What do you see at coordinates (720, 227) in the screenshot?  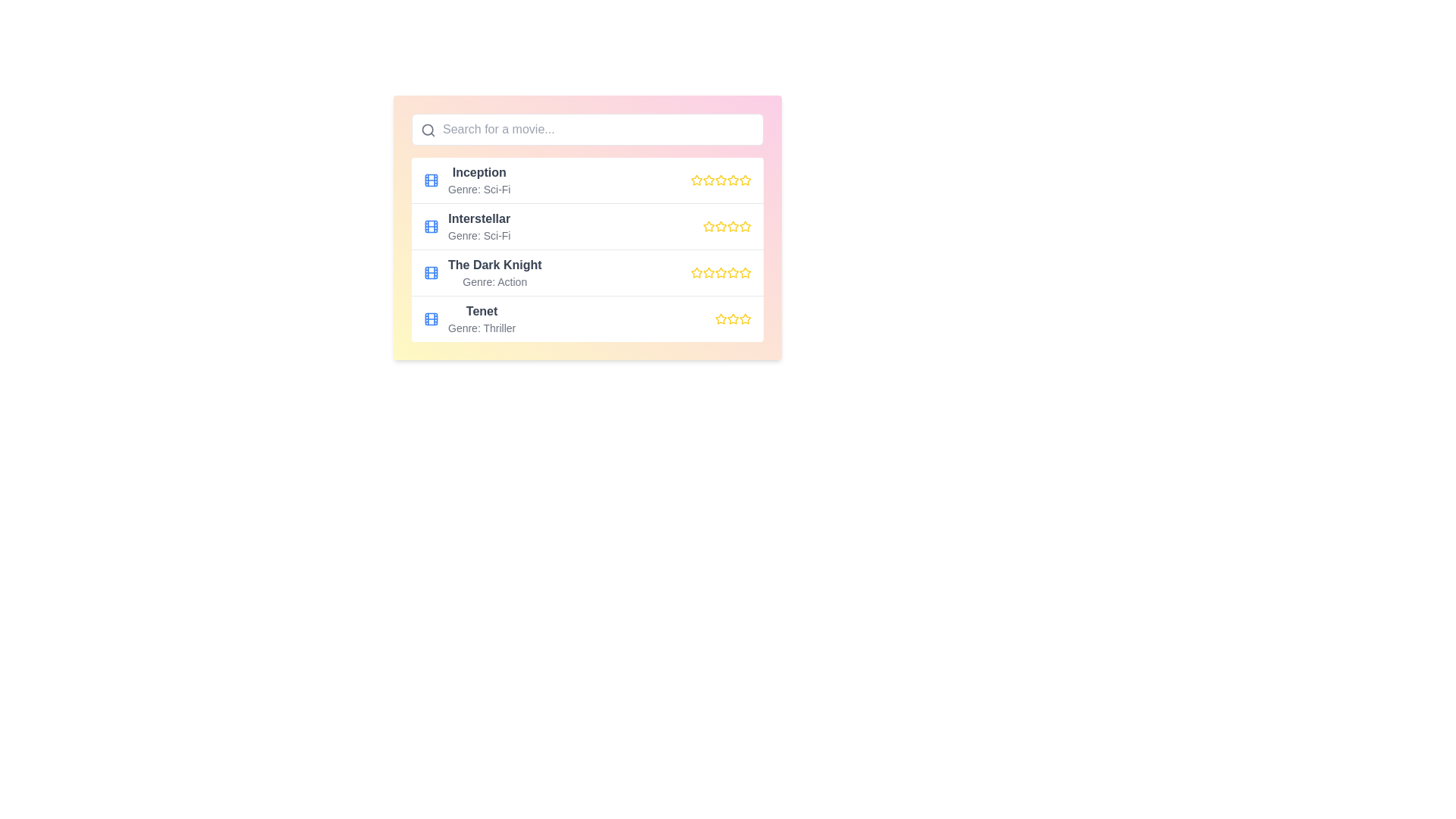 I see `the third star icon in the rating system for the movie 'Interstellar' to trigger a tooltip or visual feedback` at bounding box center [720, 227].